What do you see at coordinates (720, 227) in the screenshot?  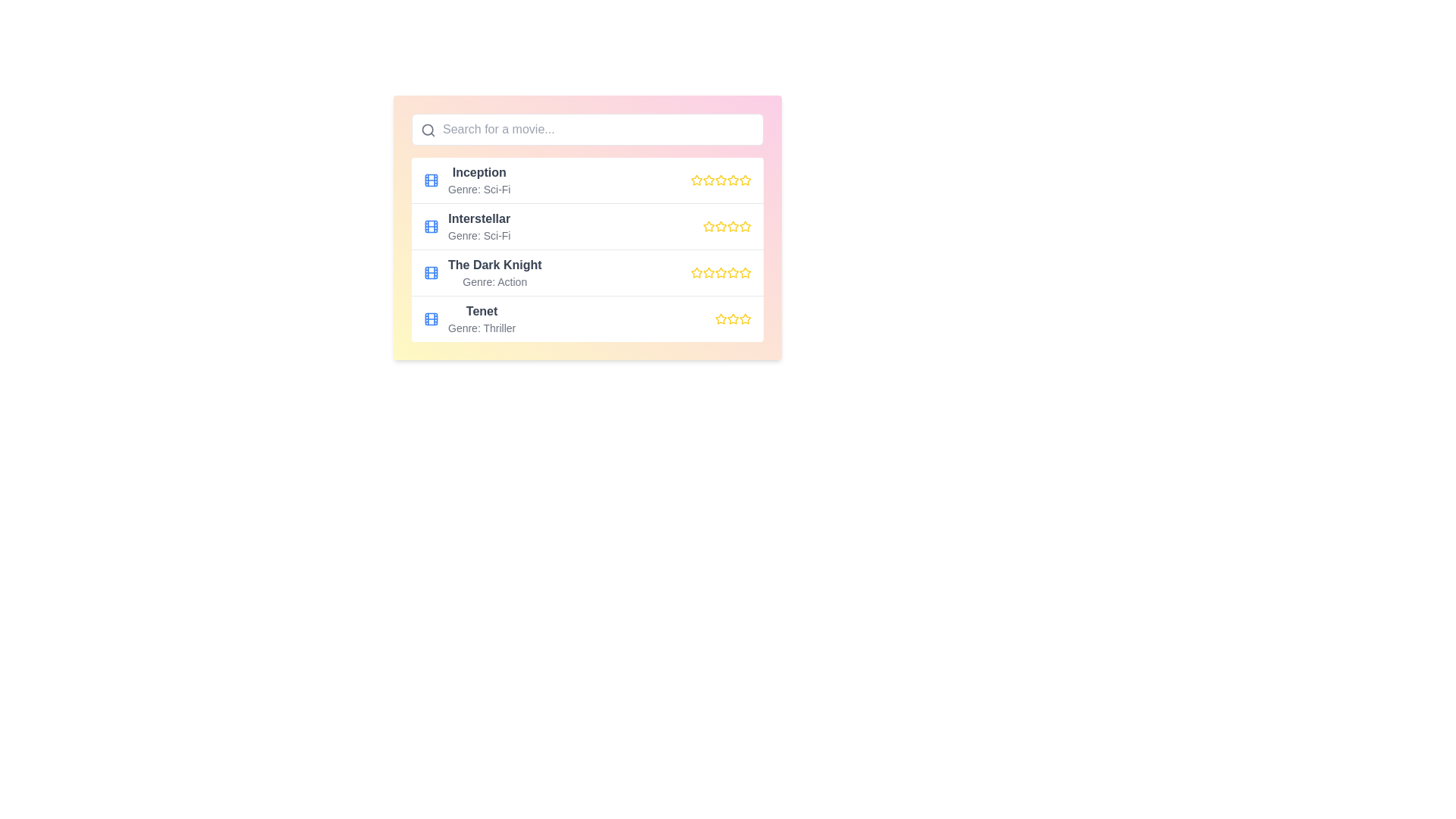 I see `the third star icon in the rating system for the movie 'Interstellar' to trigger a tooltip or visual feedback` at bounding box center [720, 227].